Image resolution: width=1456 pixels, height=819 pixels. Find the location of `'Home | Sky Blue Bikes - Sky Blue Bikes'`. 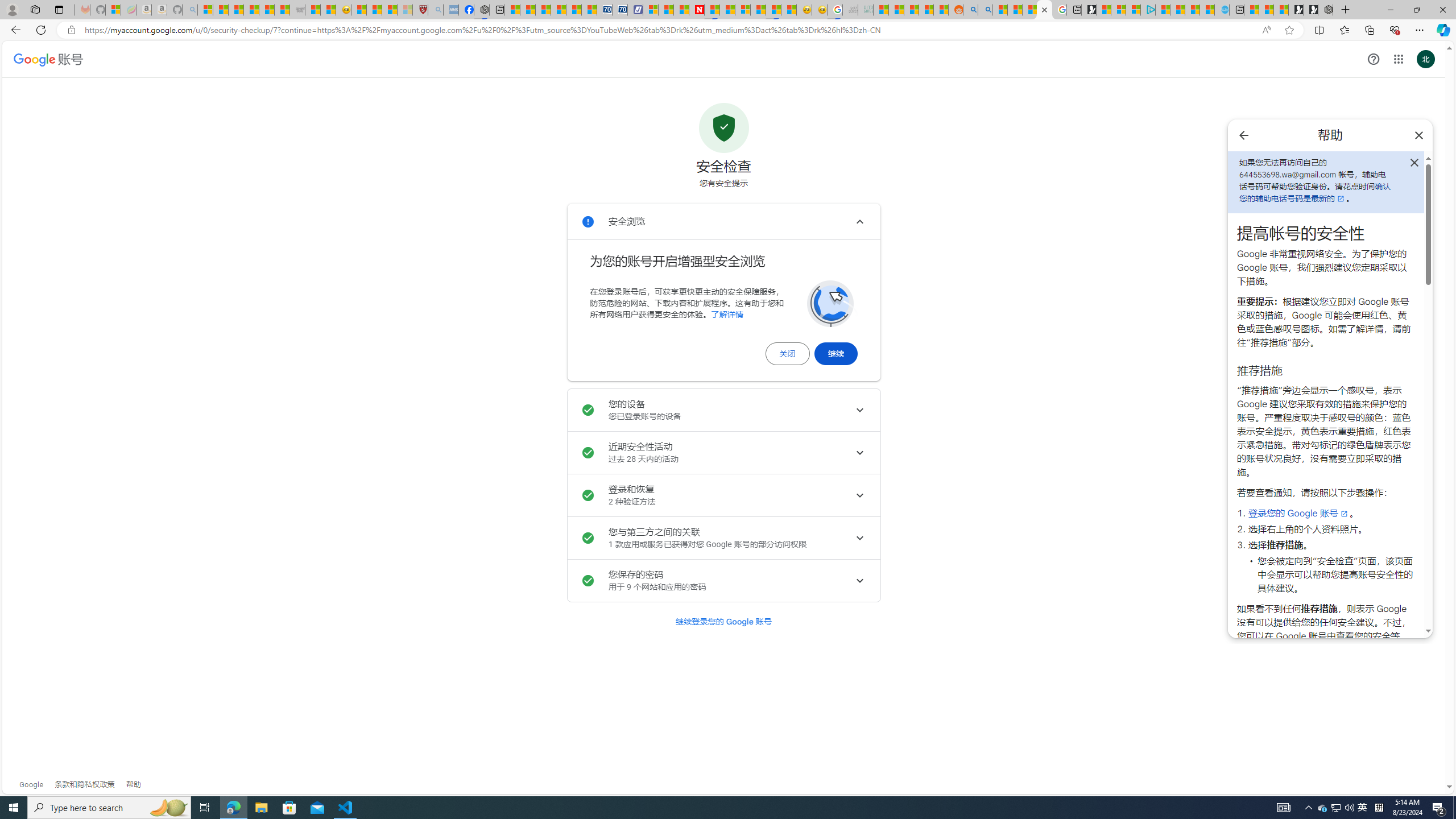

'Home | Sky Blue Bikes - Sky Blue Bikes' is located at coordinates (1222, 9).